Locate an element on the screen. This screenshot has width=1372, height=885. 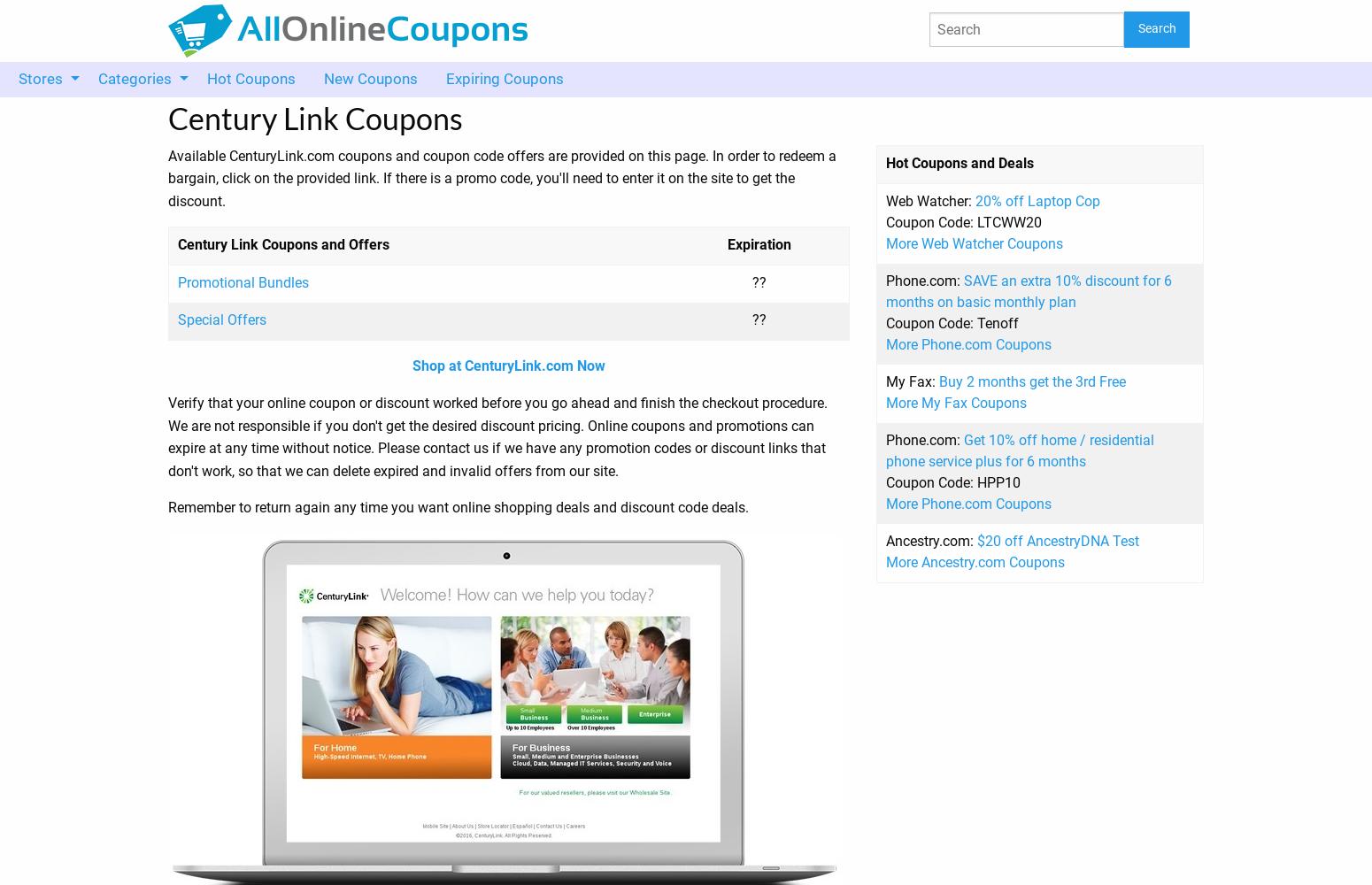
'Web Watcher:' is located at coordinates (930, 199).